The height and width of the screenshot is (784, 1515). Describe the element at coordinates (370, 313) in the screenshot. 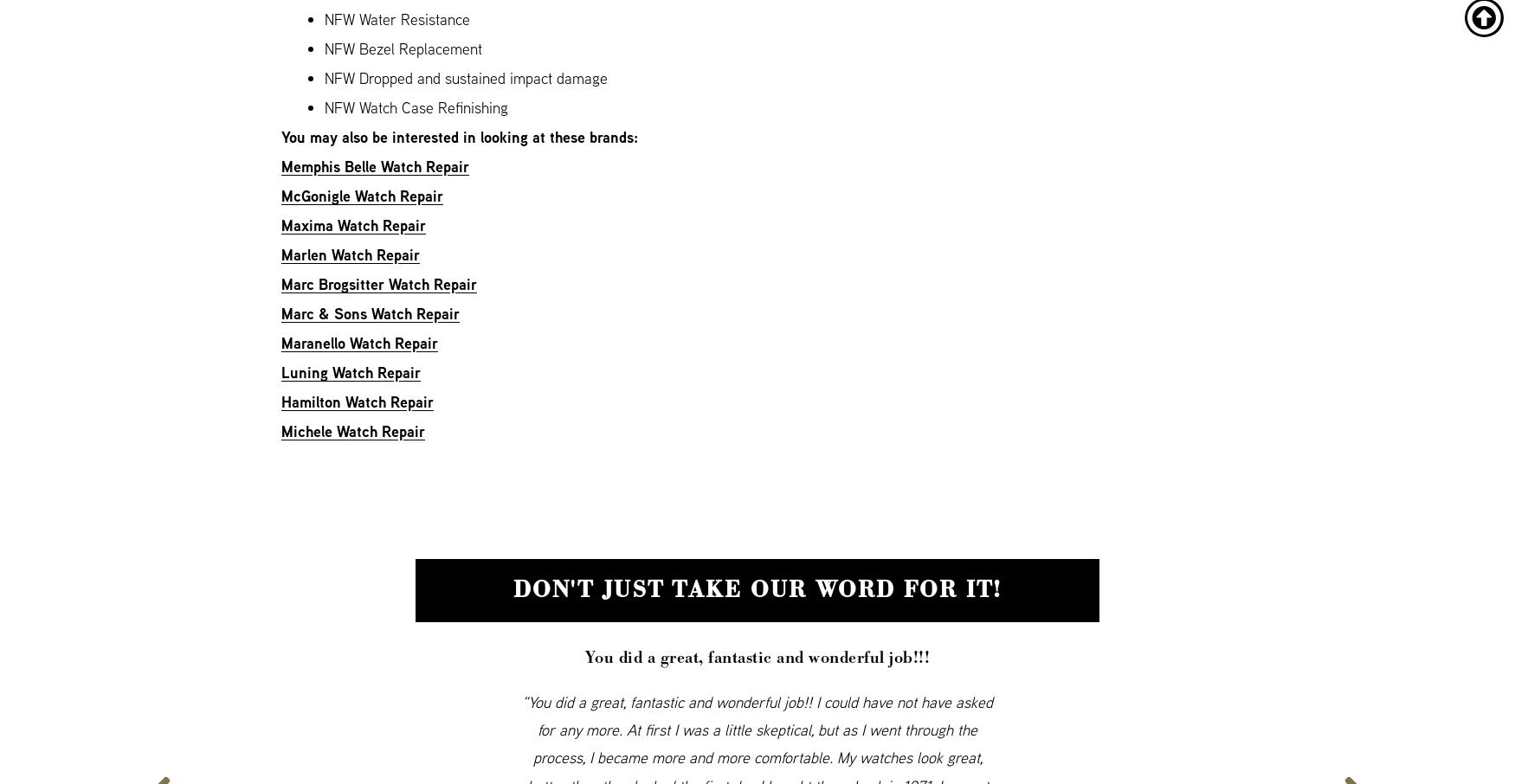

I see `'Marc & Sons Watch Repair'` at that location.